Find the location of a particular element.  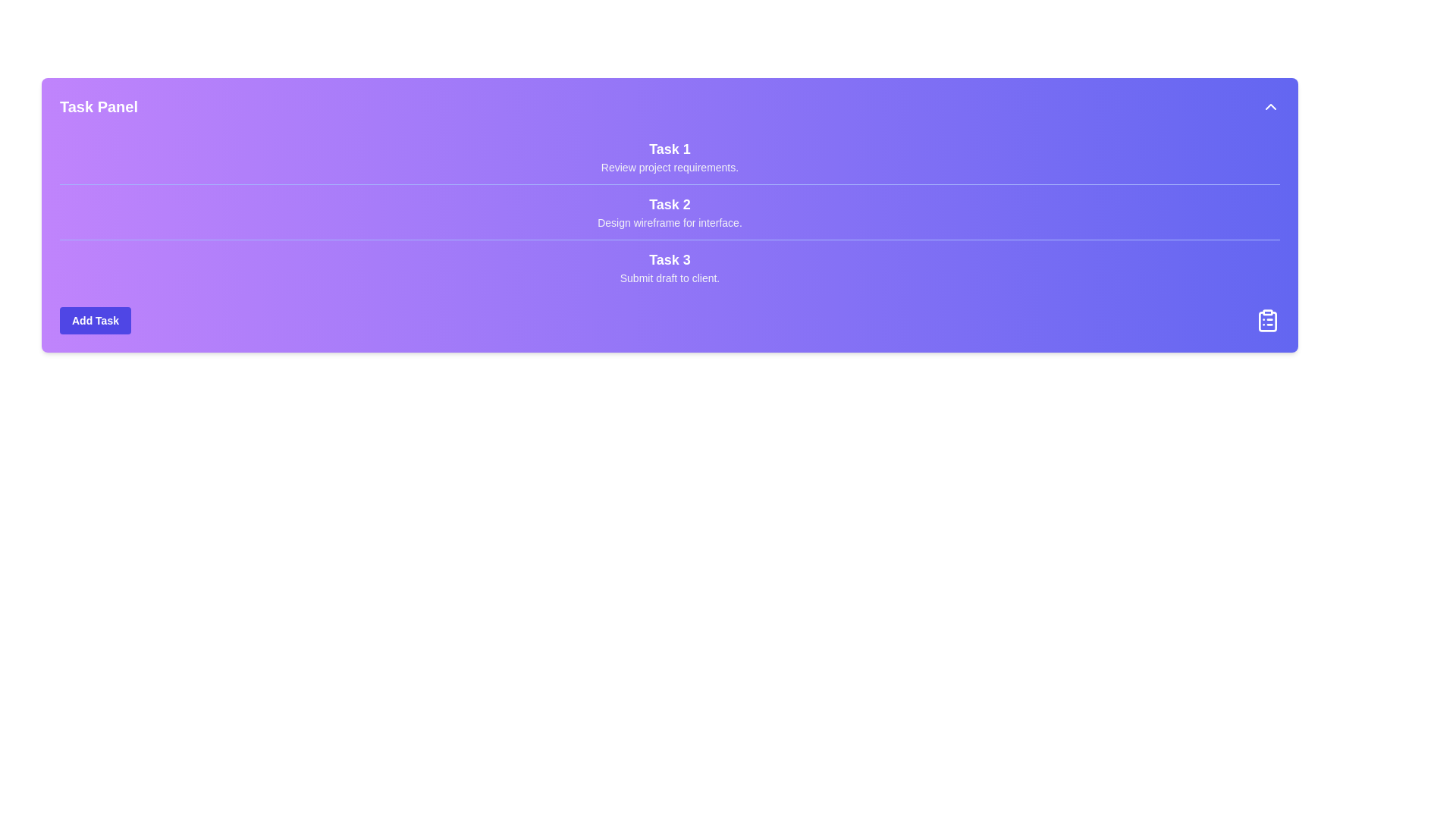

the text label that reads 'Design wireframe for interface.' which is styled in a smaller font size and lighter gray color, located below the heading 'Task 2' and above the next task entry is located at coordinates (669, 222).